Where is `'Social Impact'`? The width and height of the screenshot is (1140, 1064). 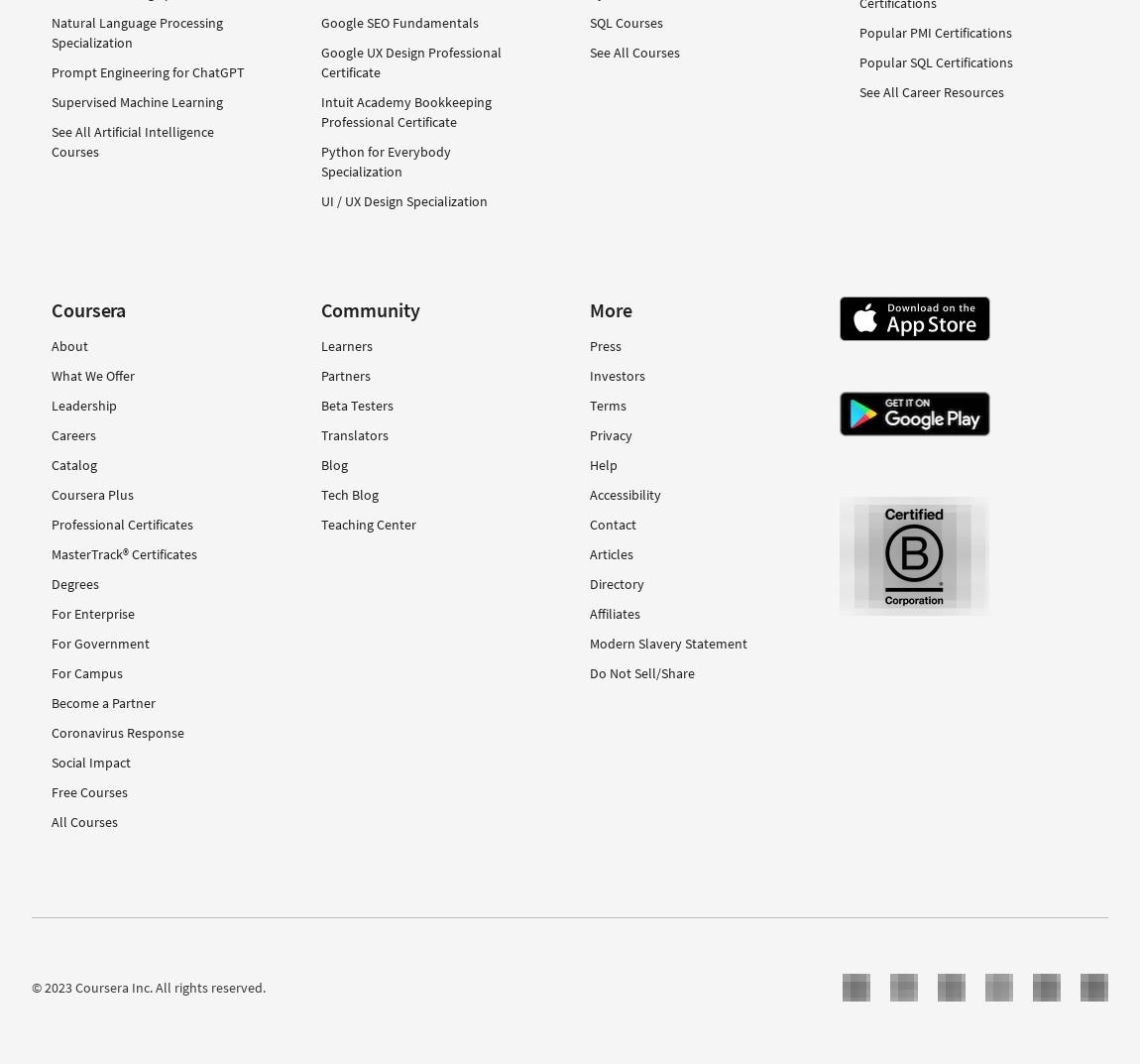
'Social Impact' is located at coordinates (90, 761).